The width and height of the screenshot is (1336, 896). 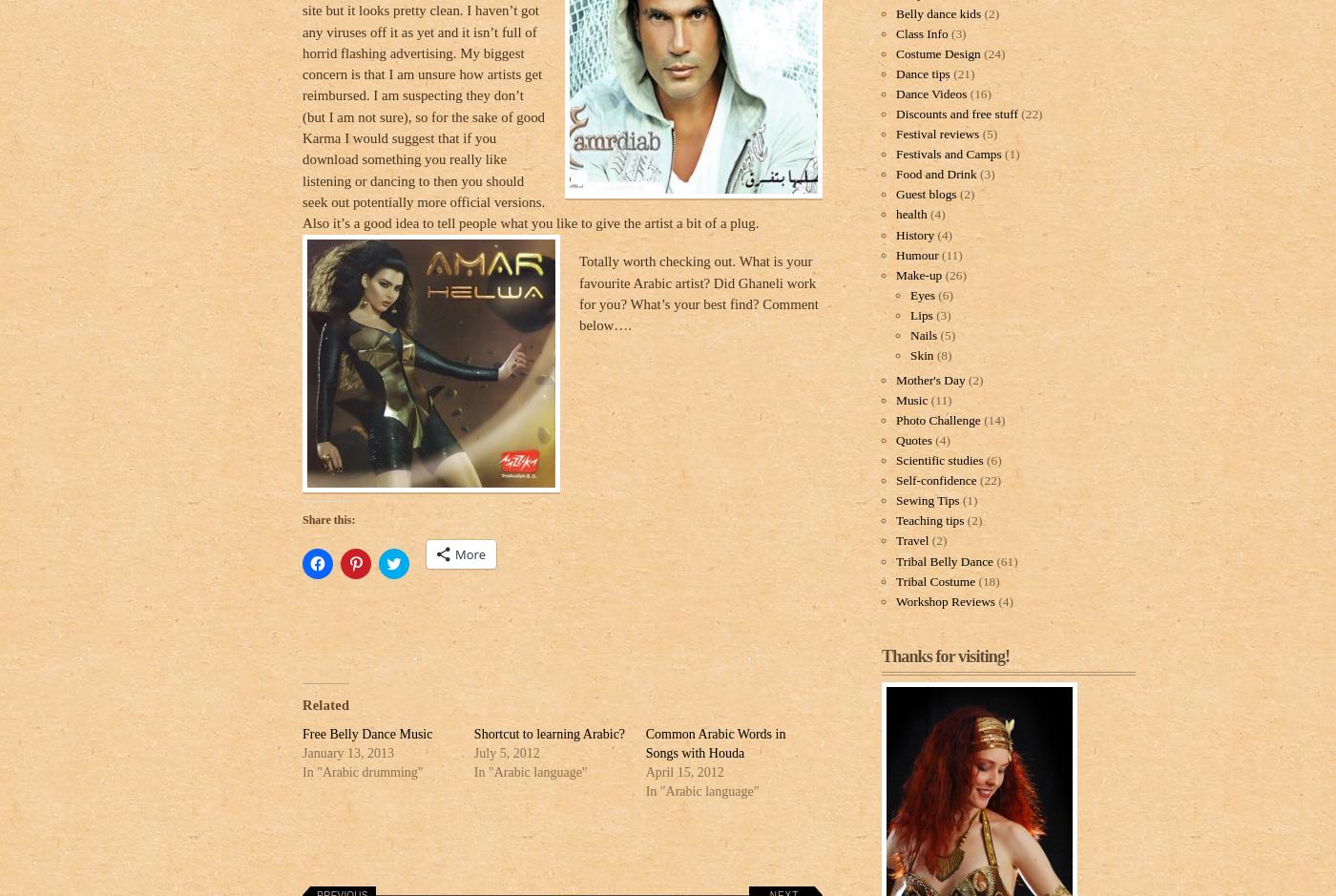 I want to click on '(14)', so click(x=992, y=420).